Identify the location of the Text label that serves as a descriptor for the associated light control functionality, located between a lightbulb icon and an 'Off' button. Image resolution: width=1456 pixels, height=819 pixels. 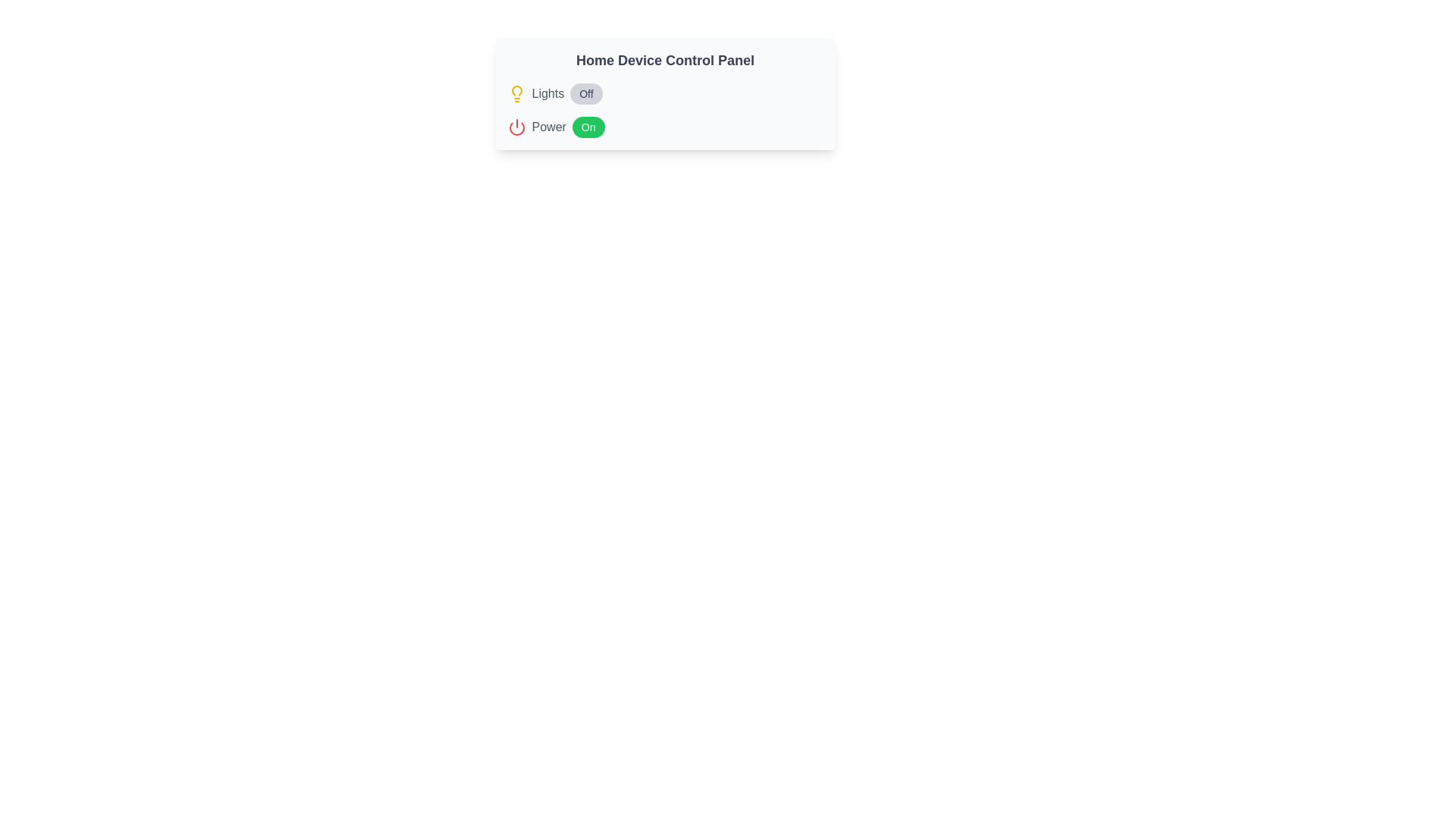
(547, 93).